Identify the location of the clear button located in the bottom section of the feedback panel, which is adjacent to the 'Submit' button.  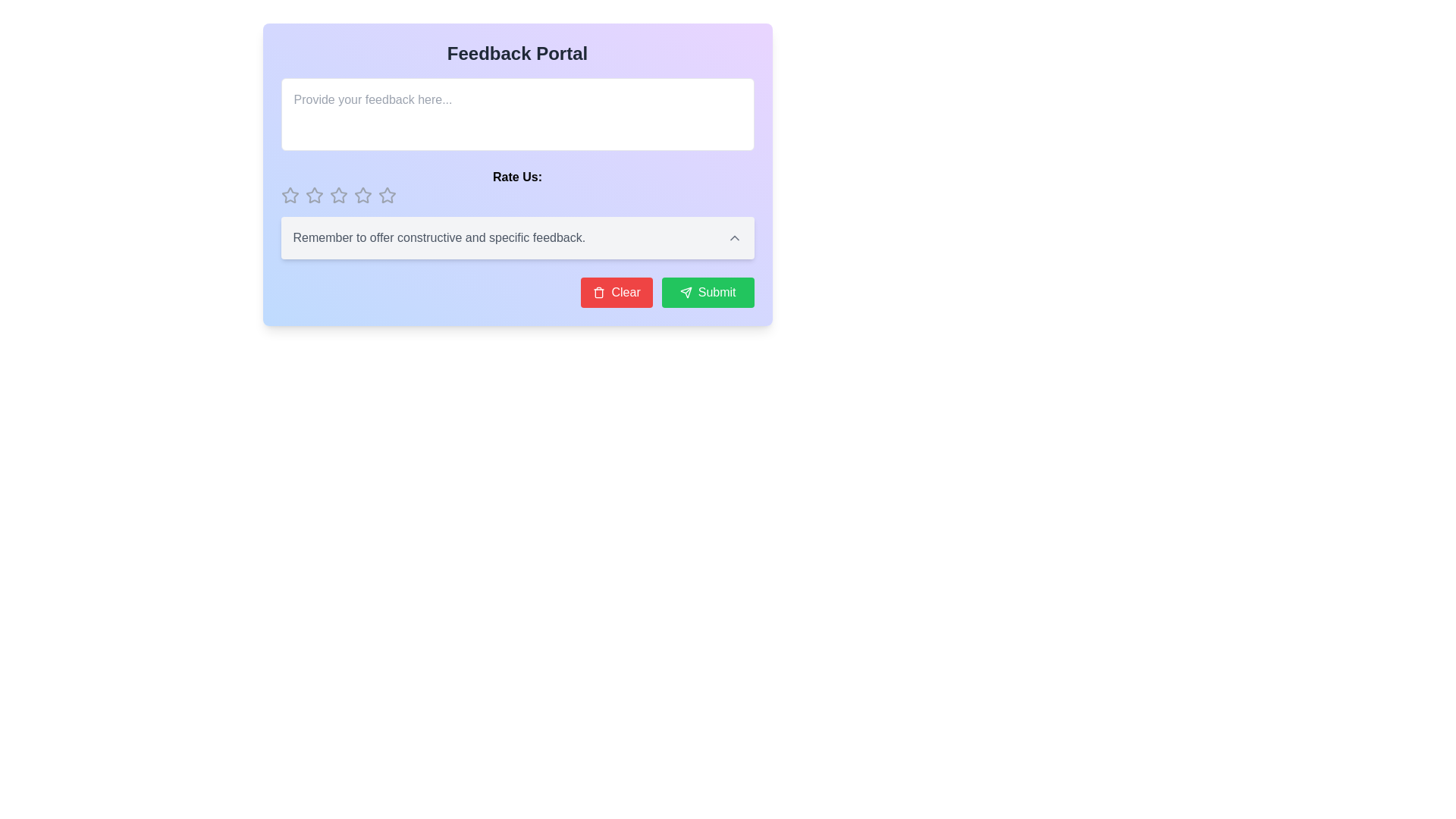
(617, 292).